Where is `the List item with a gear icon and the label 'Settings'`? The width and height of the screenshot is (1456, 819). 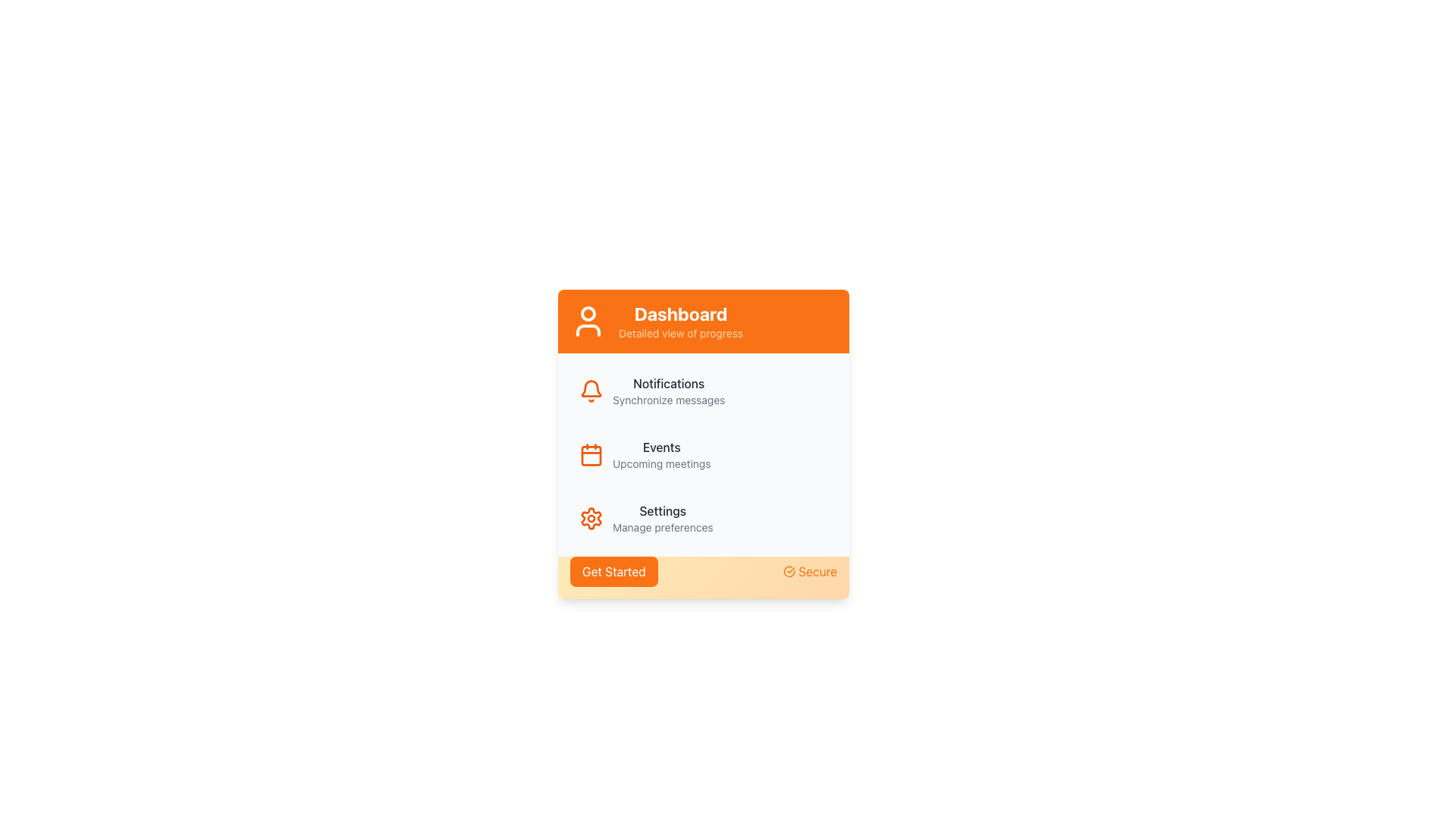
the List item with a gear icon and the label 'Settings' is located at coordinates (702, 517).